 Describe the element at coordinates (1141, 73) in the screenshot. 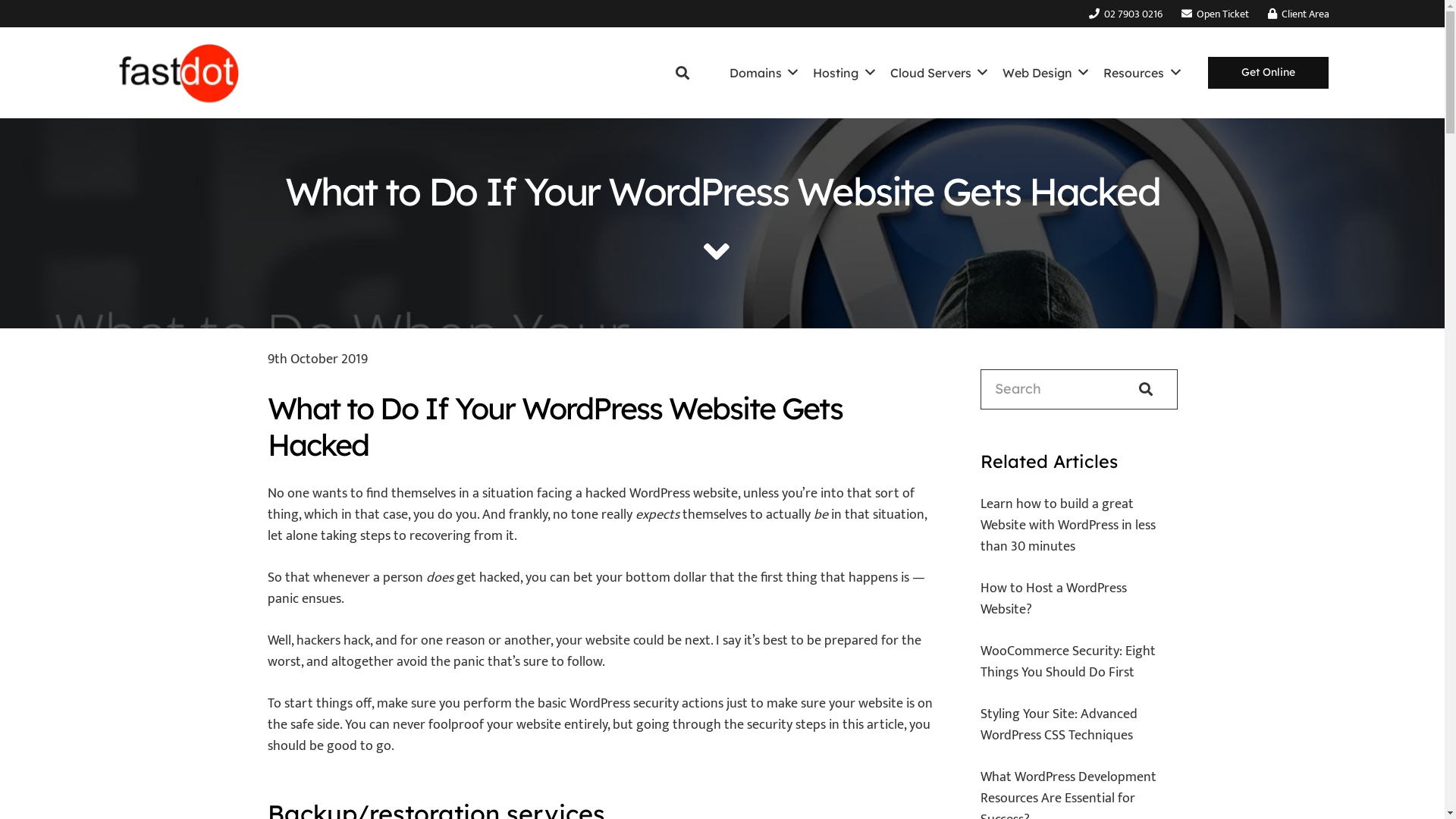

I see `'Resources'` at that location.